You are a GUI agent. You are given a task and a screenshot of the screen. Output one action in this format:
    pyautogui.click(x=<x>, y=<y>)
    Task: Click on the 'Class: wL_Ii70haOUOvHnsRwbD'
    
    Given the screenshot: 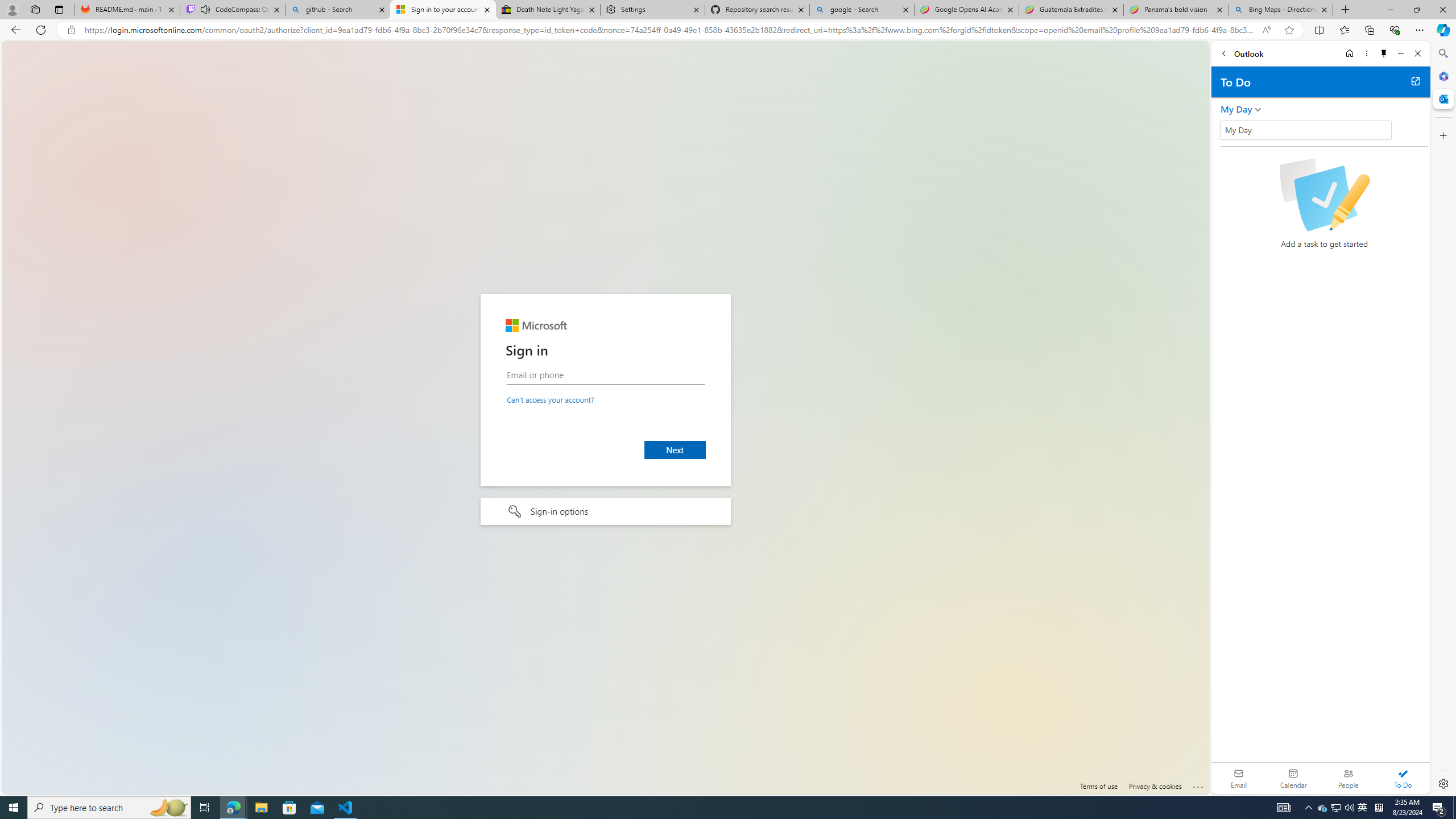 What is the action you would take?
    pyautogui.click(x=1305, y=129)
    